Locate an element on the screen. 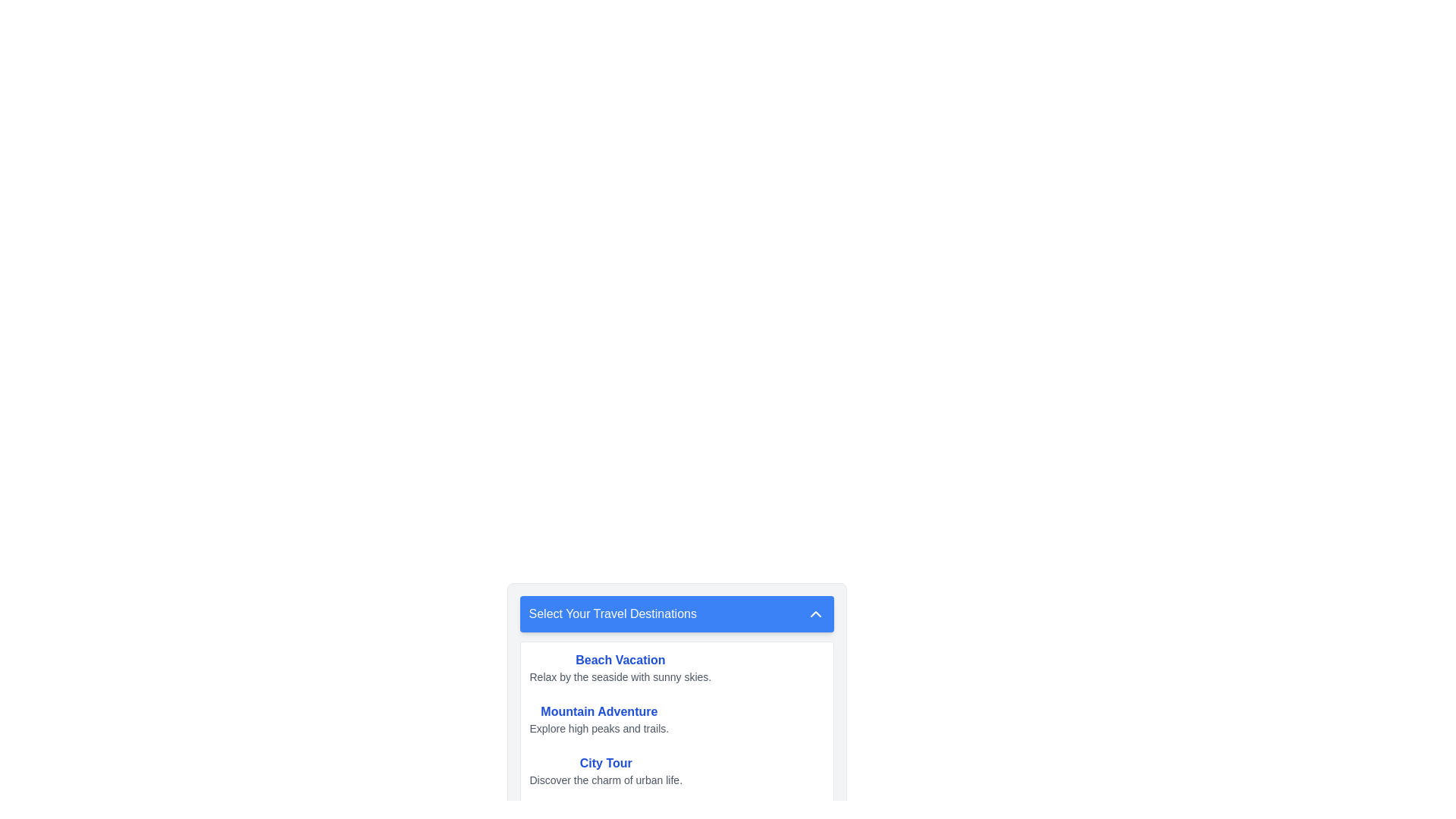  the descriptive subtitle text located below the 'City Tour' title in the travel options group is located at coordinates (605, 780).